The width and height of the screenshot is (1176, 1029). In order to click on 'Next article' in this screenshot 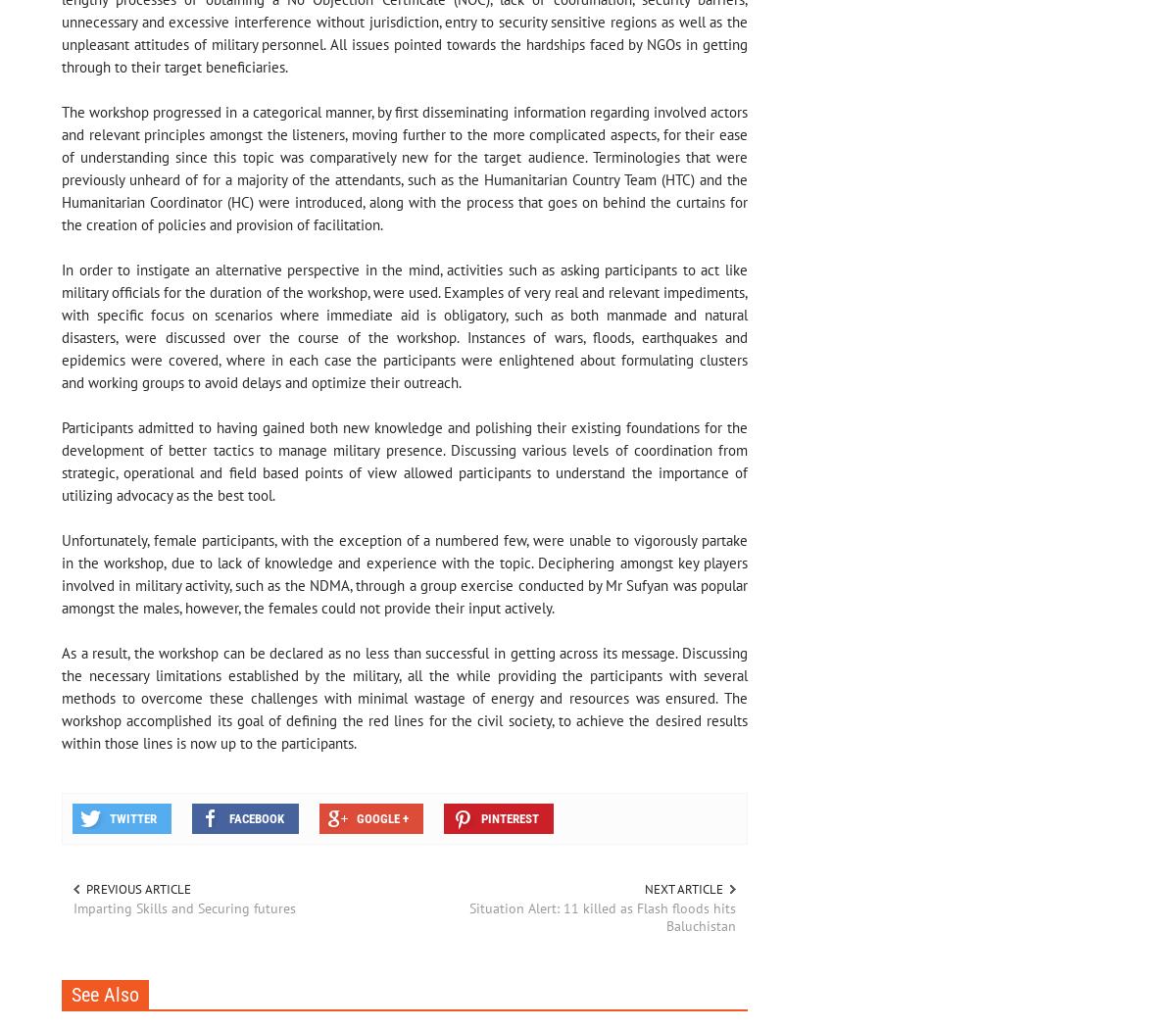, I will do `click(682, 888)`.